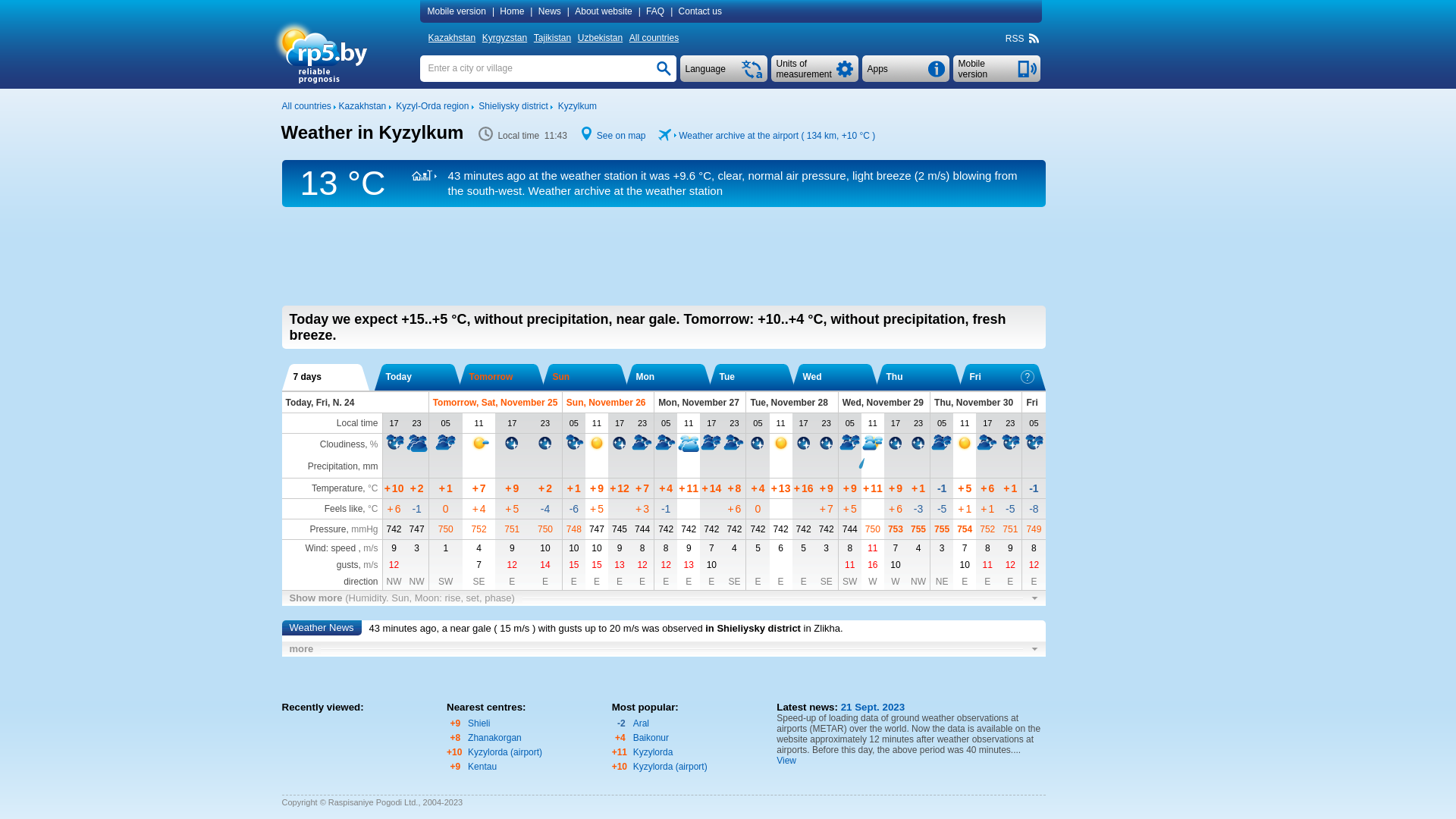  I want to click on 'News', so click(550, 11).